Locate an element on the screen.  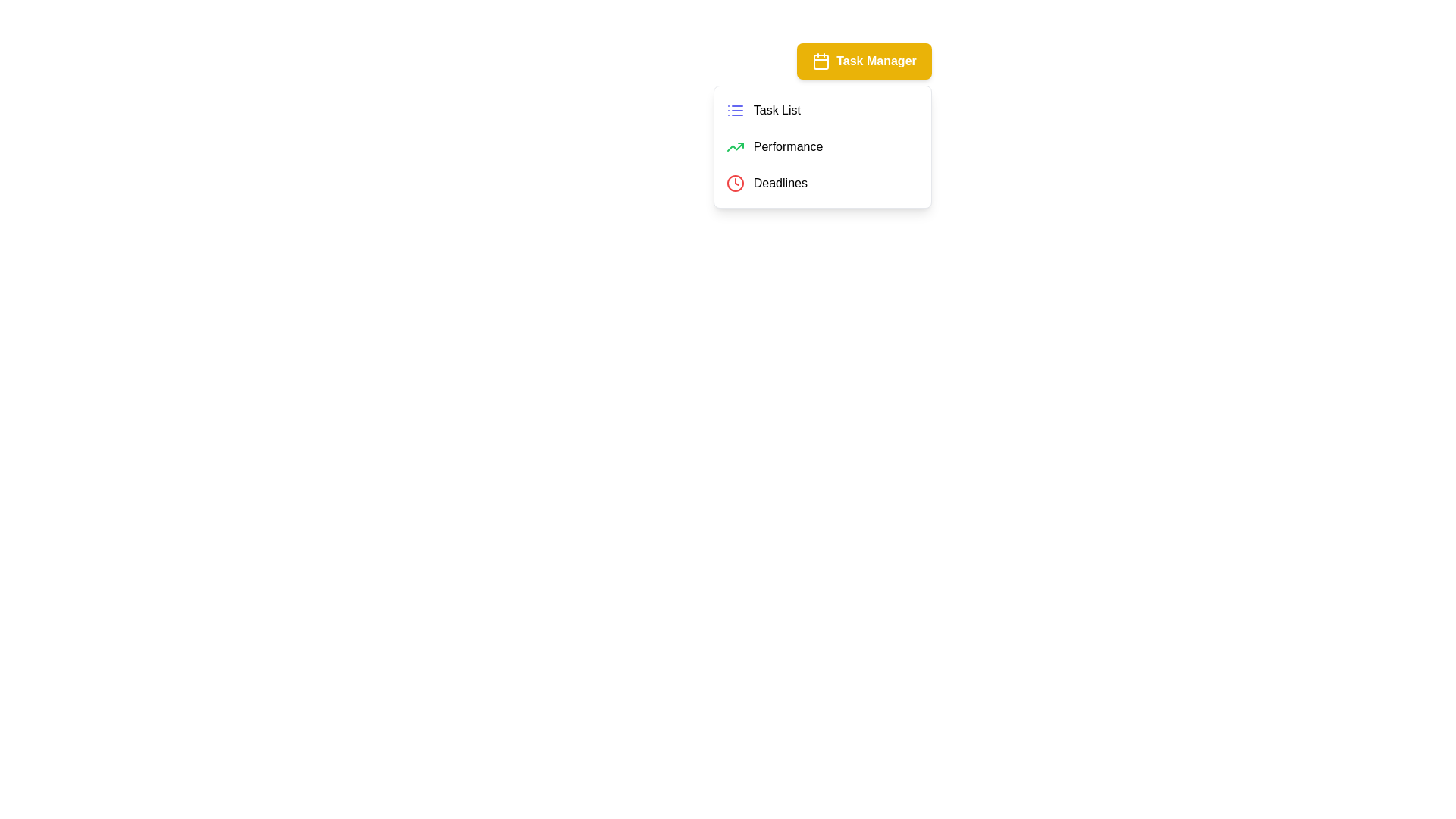
the menu item Deadlines to observe the visual feedback is located at coordinates (821, 183).